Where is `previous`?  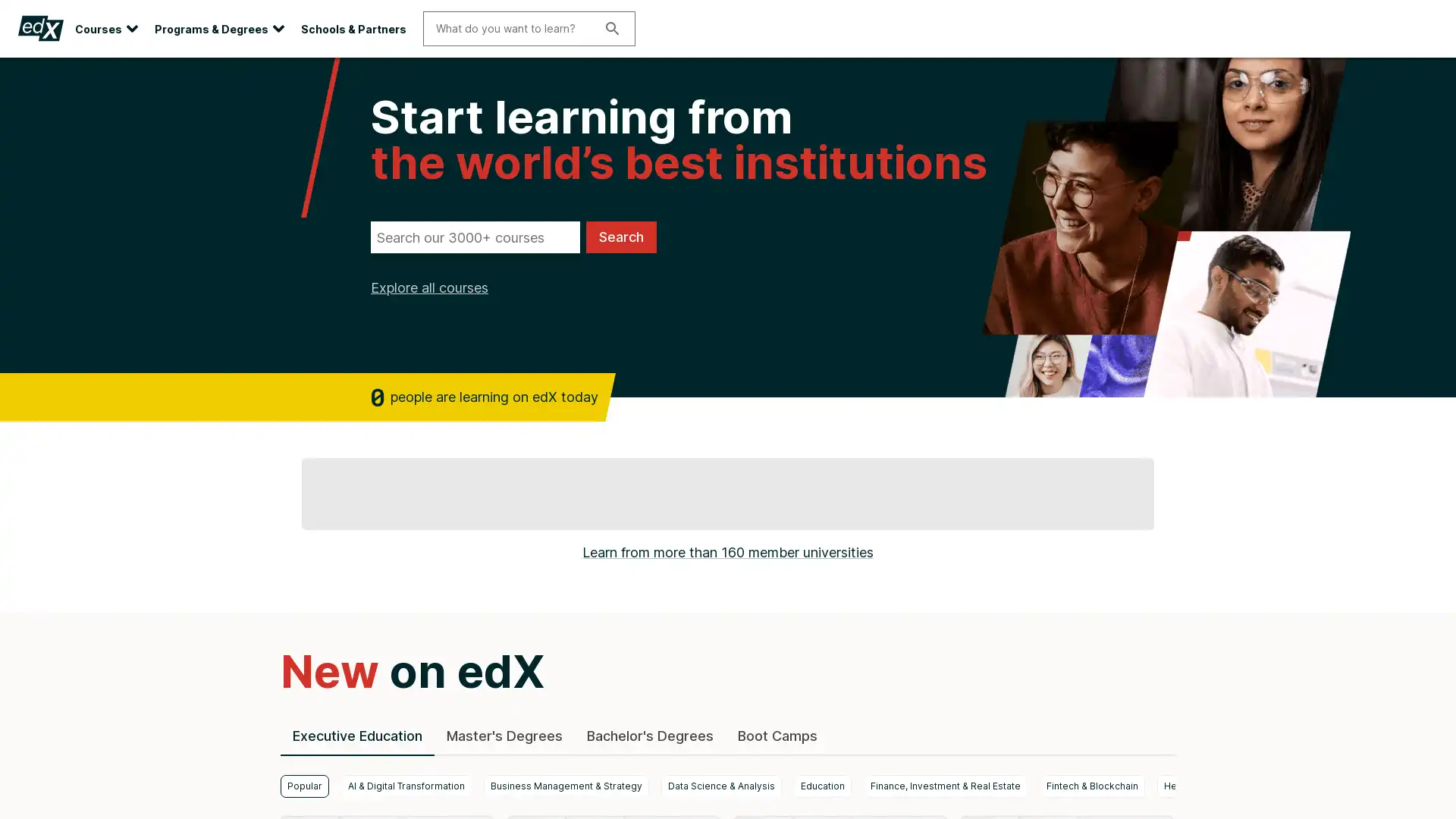
previous is located at coordinates (286, 517).